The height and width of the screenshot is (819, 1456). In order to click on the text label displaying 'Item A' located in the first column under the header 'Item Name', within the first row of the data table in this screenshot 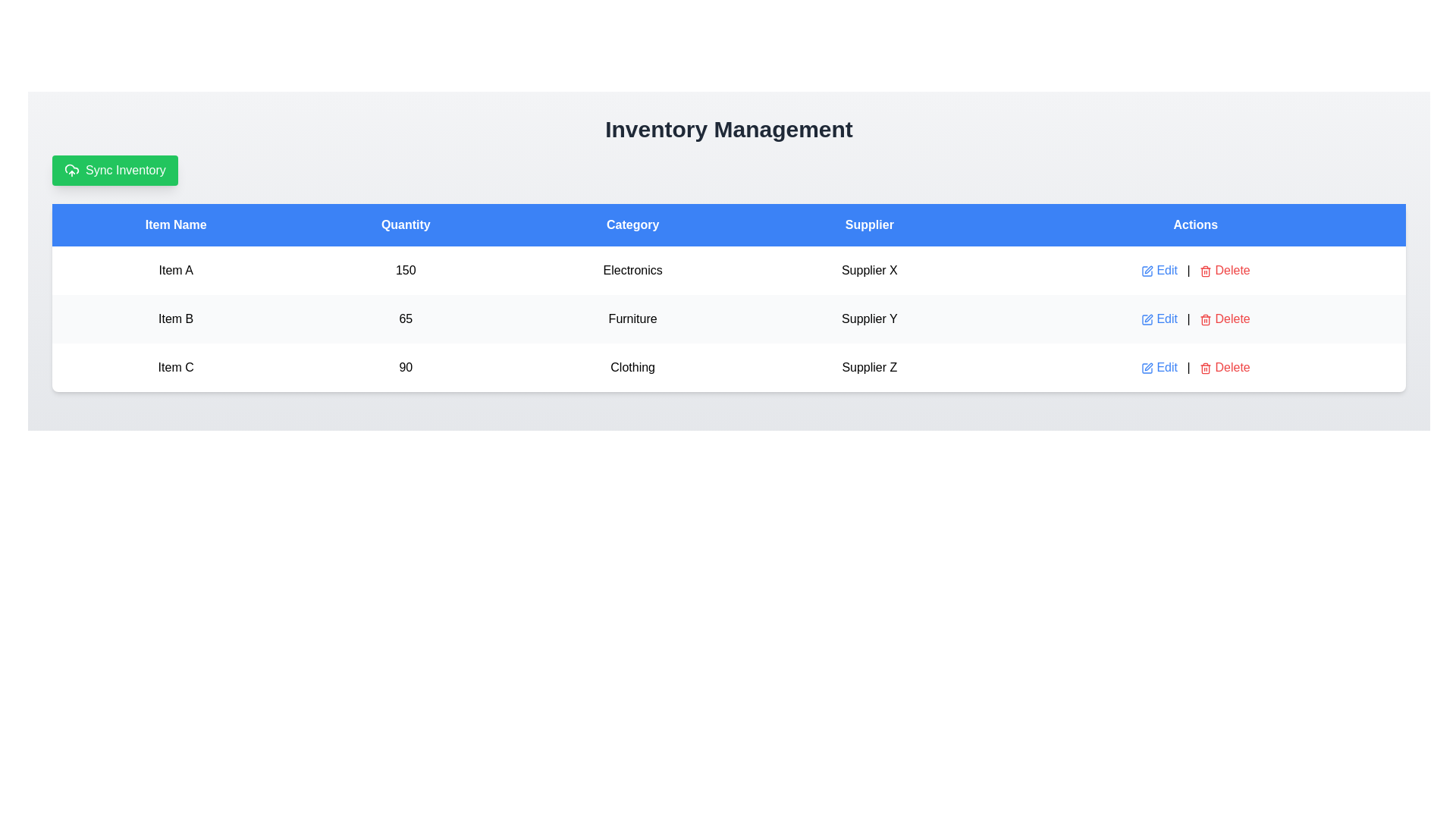, I will do `click(176, 270)`.